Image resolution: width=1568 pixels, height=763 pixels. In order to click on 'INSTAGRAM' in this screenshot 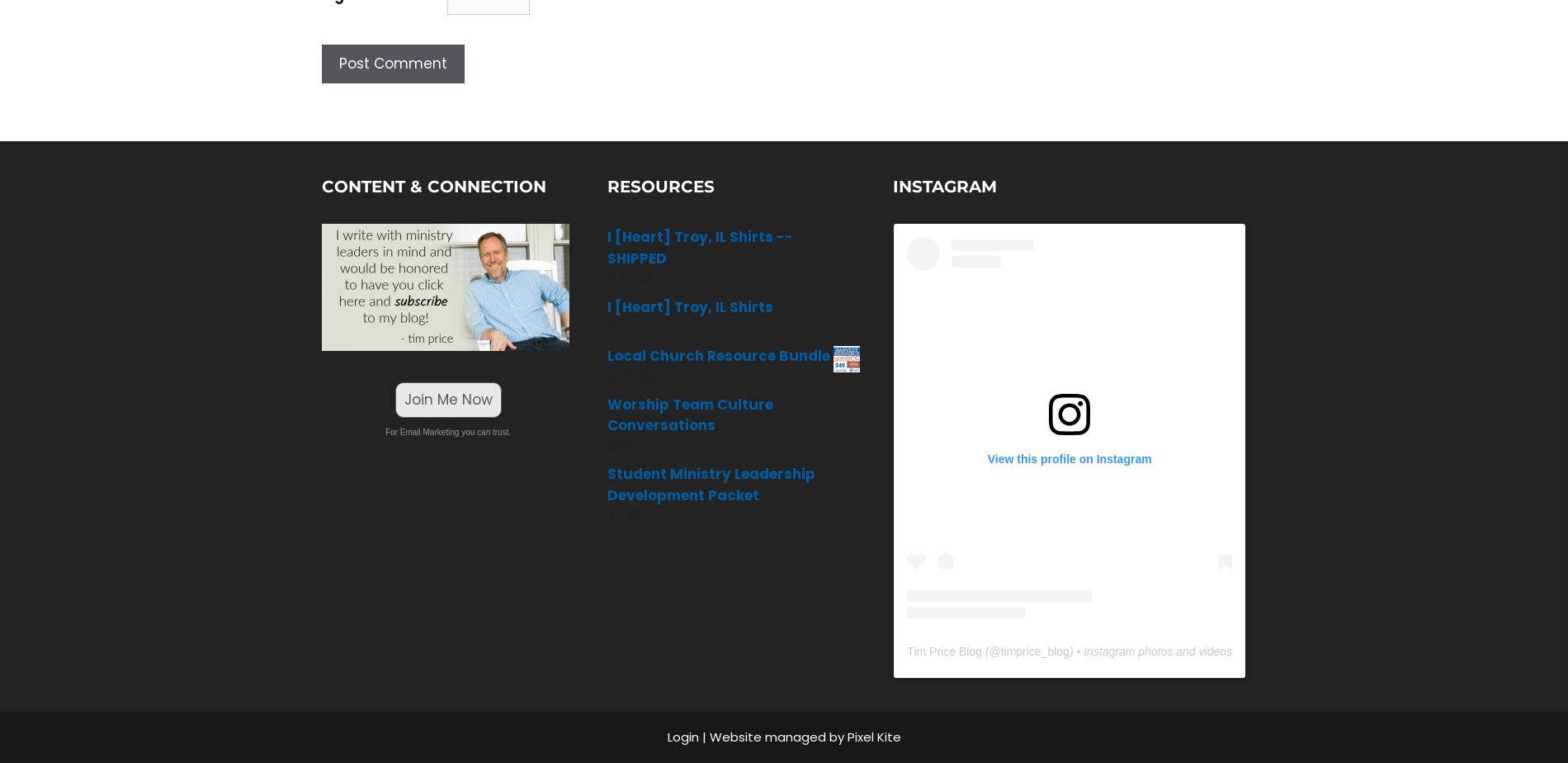, I will do `click(944, 187)`.